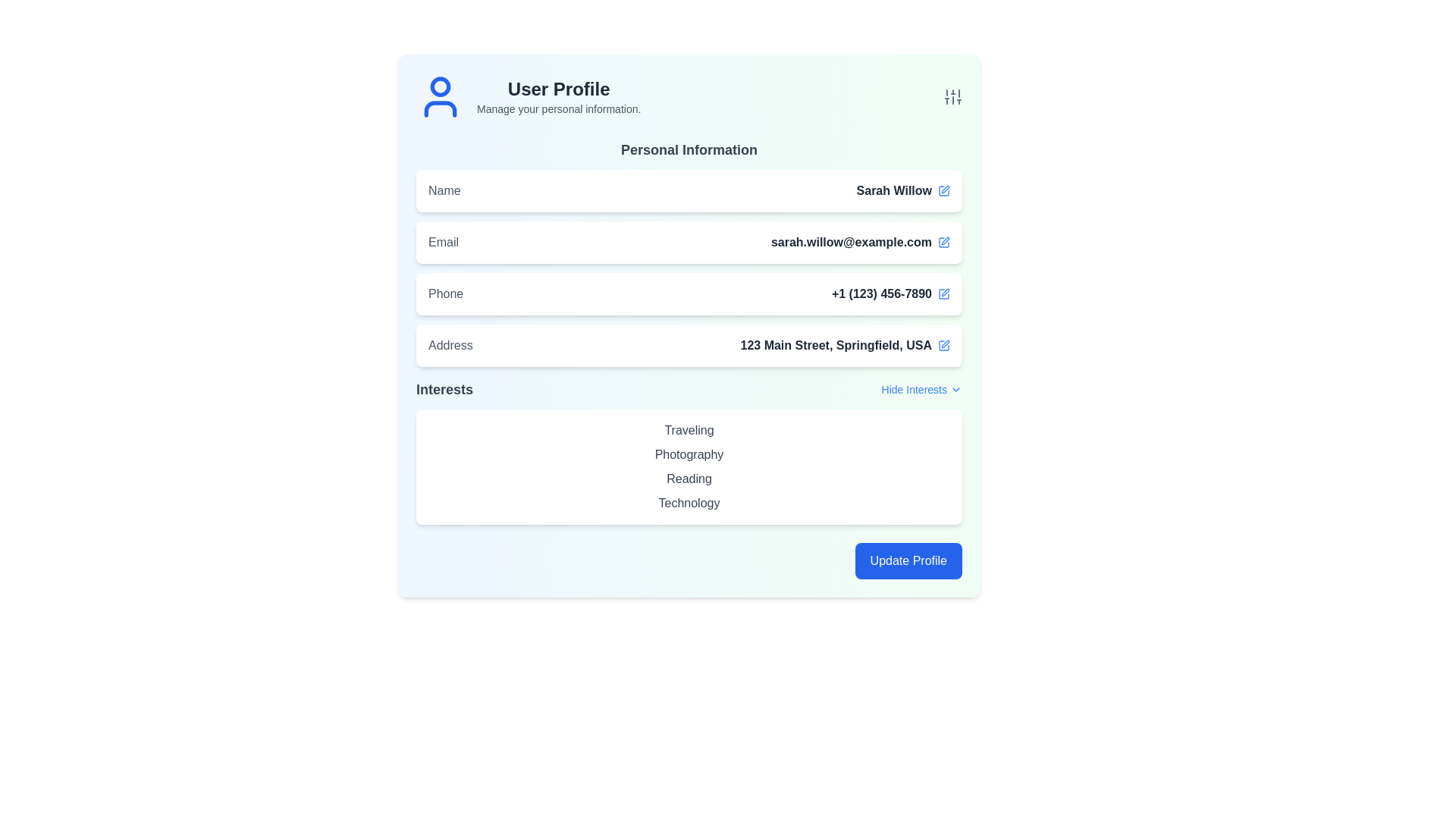 The height and width of the screenshot is (819, 1456). What do you see at coordinates (860, 242) in the screenshot?
I see `the email address displayed in the second row of the 'Personal Information' section, located to the right of the label 'Email'` at bounding box center [860, 242].